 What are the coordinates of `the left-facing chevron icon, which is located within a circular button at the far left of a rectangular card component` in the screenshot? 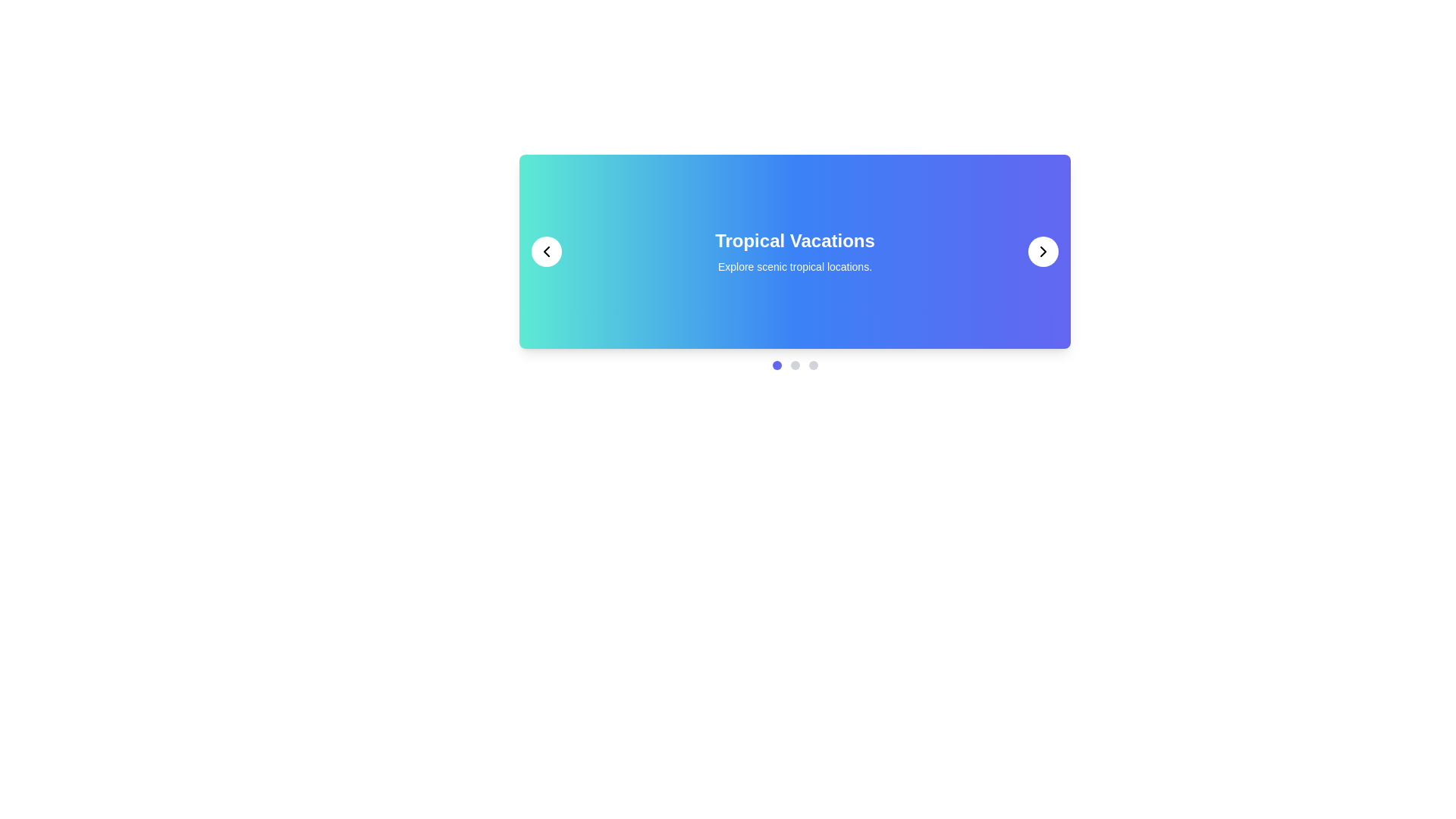 It's located at (546, 250).